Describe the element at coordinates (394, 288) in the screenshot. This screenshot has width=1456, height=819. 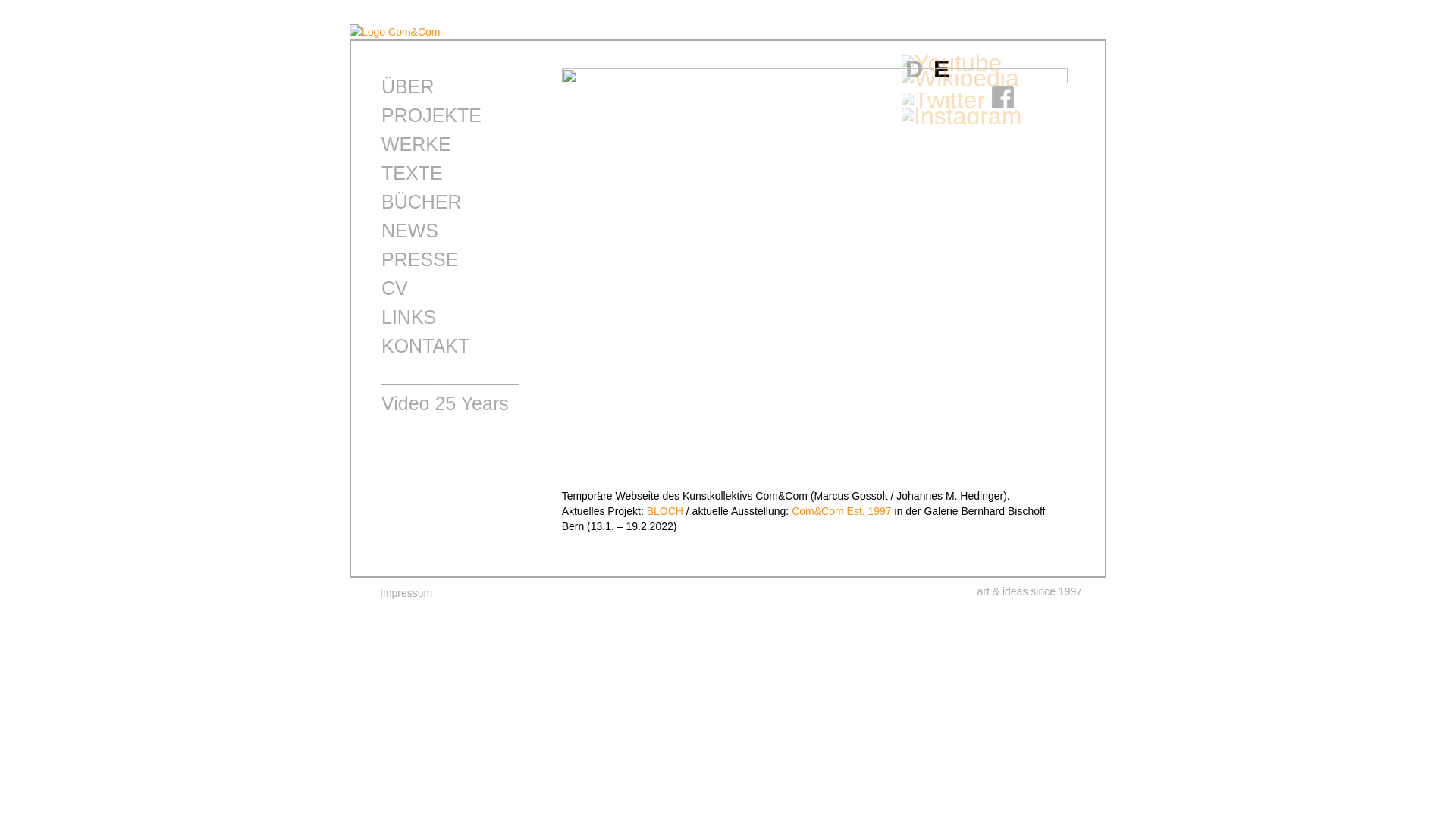
I see `'CV'` at that location.